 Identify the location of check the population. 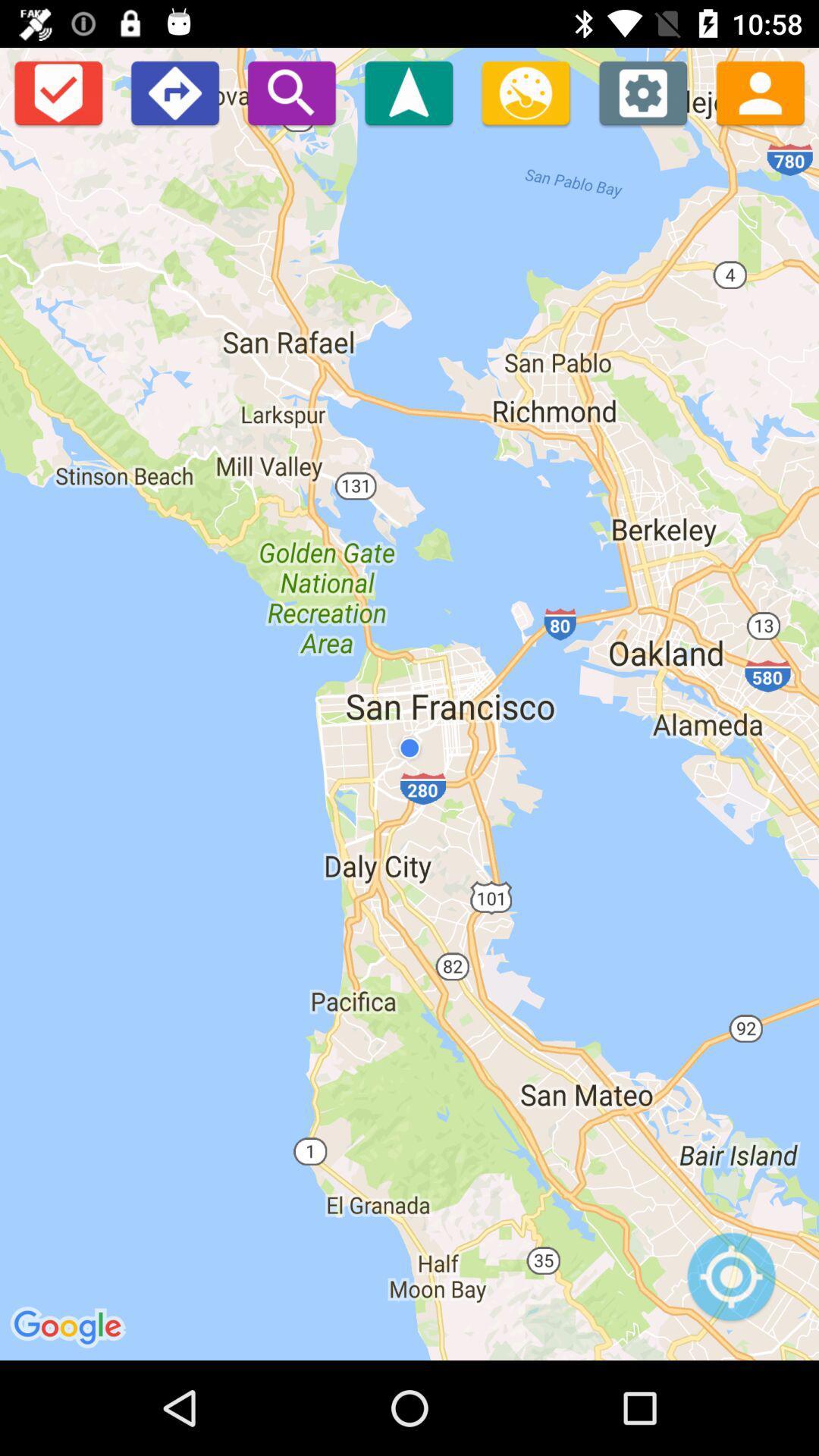
(760, 92).